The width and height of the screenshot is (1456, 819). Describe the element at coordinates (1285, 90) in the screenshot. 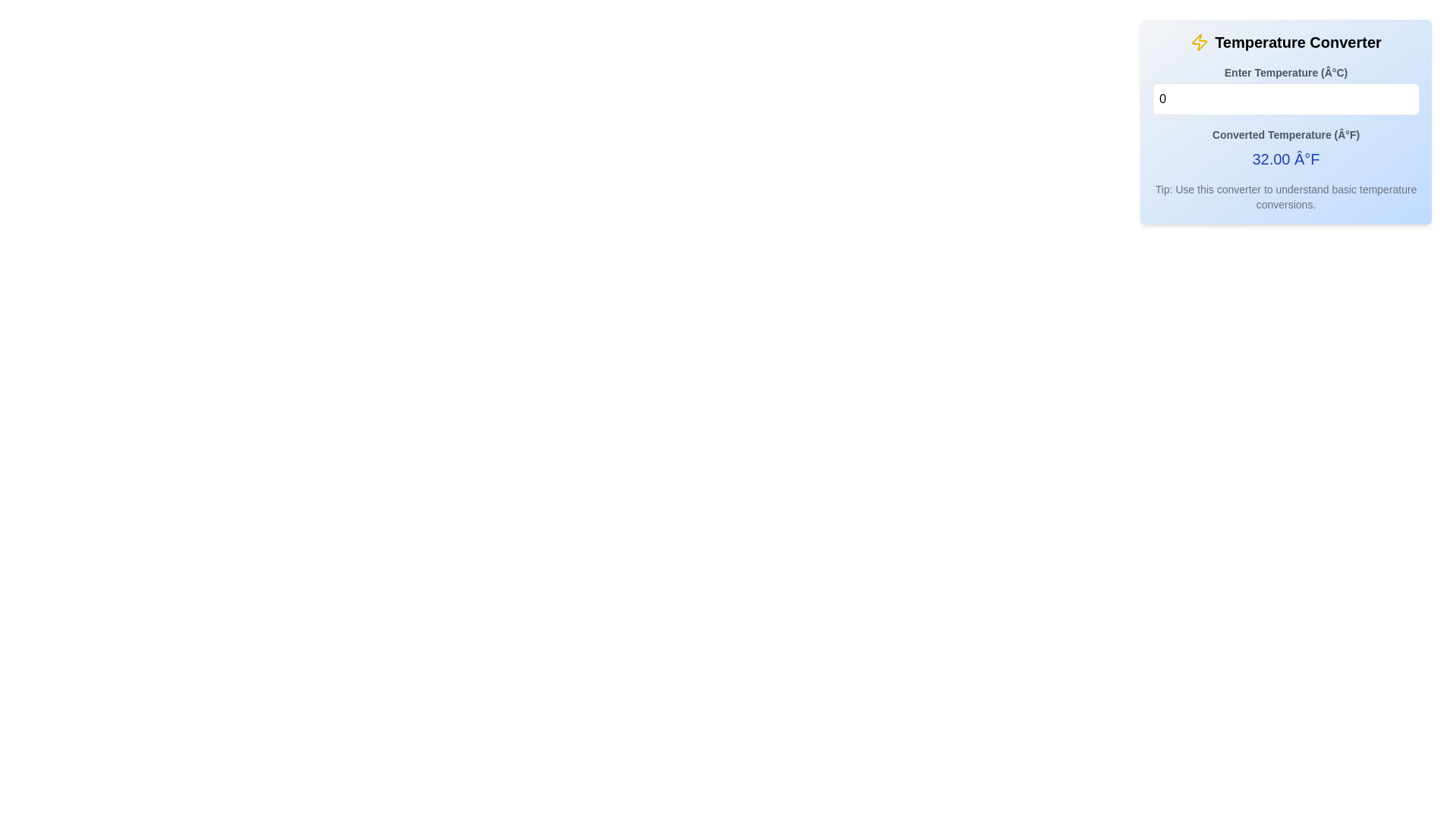

I see `the input field for entering temperature values in degrees Celsius located at the top of the 'Temperature Converter' section` at that location.